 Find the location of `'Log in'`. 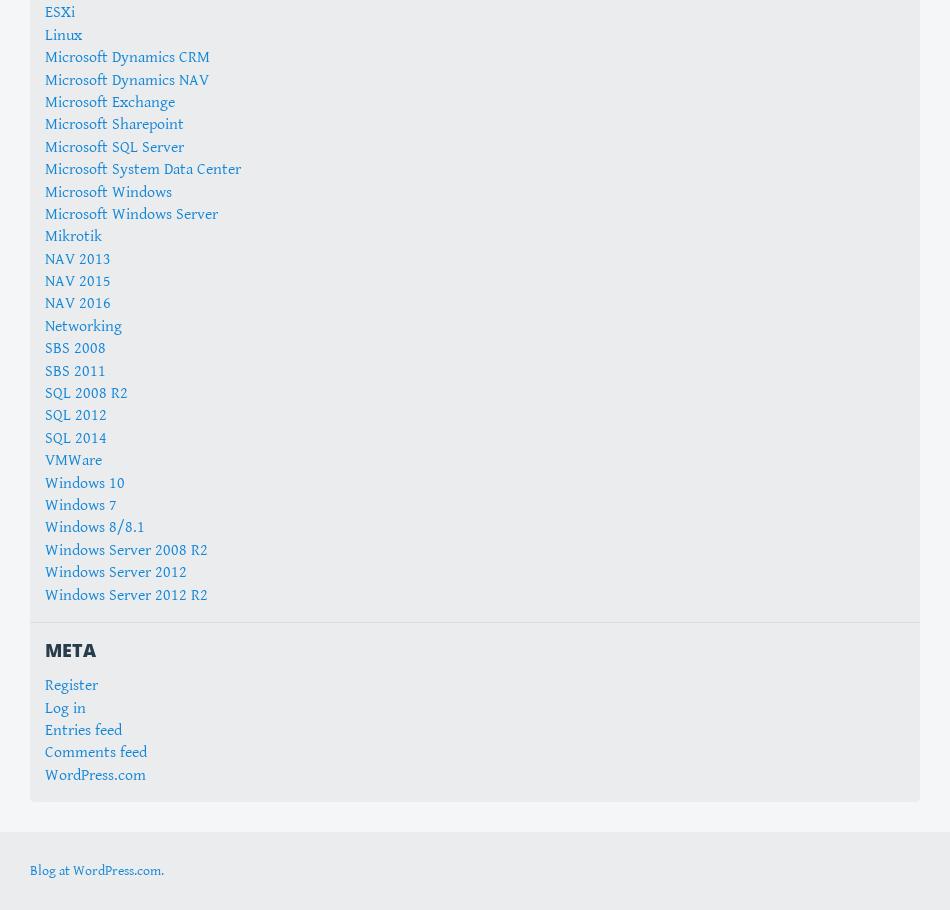

'Log in' is located at coordinates (45, 707).